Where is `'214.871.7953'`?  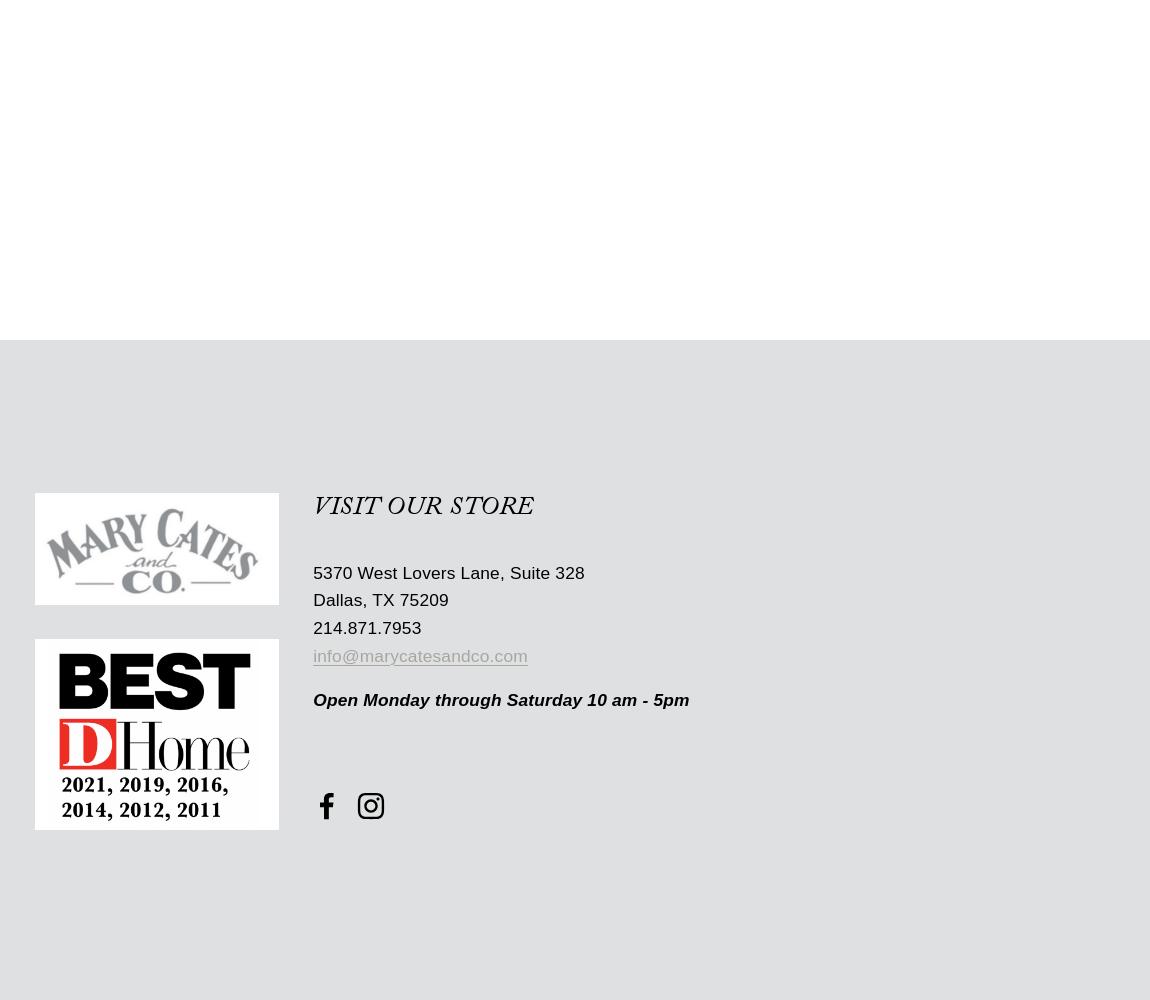 '214.871.7953' is located at coordinates (366, 628).